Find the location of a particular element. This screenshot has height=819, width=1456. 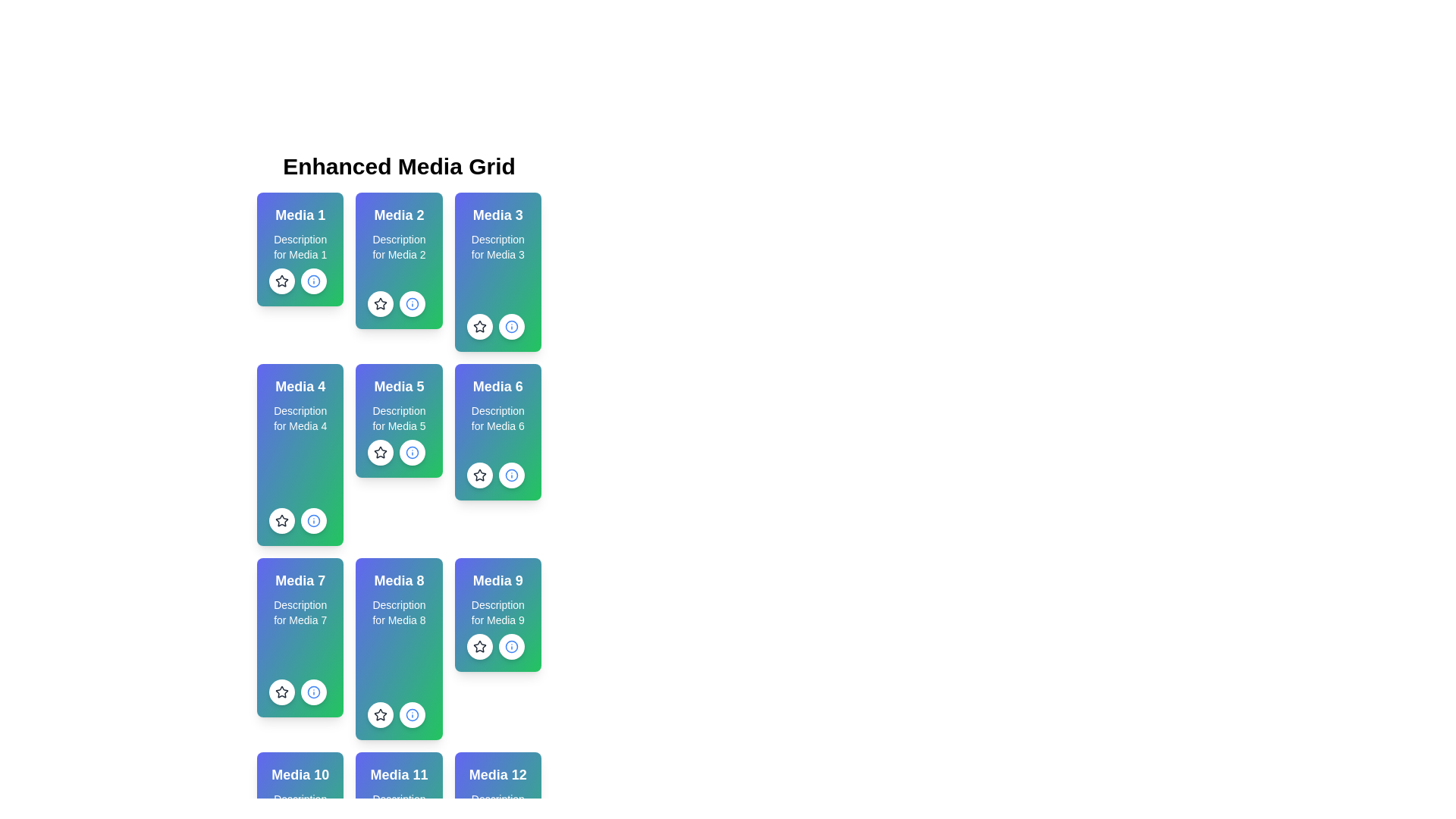

the star-shaped icon at the bottom-left corner of the Media 6 card to favorite the associated media is located at coordinates (479, 474).